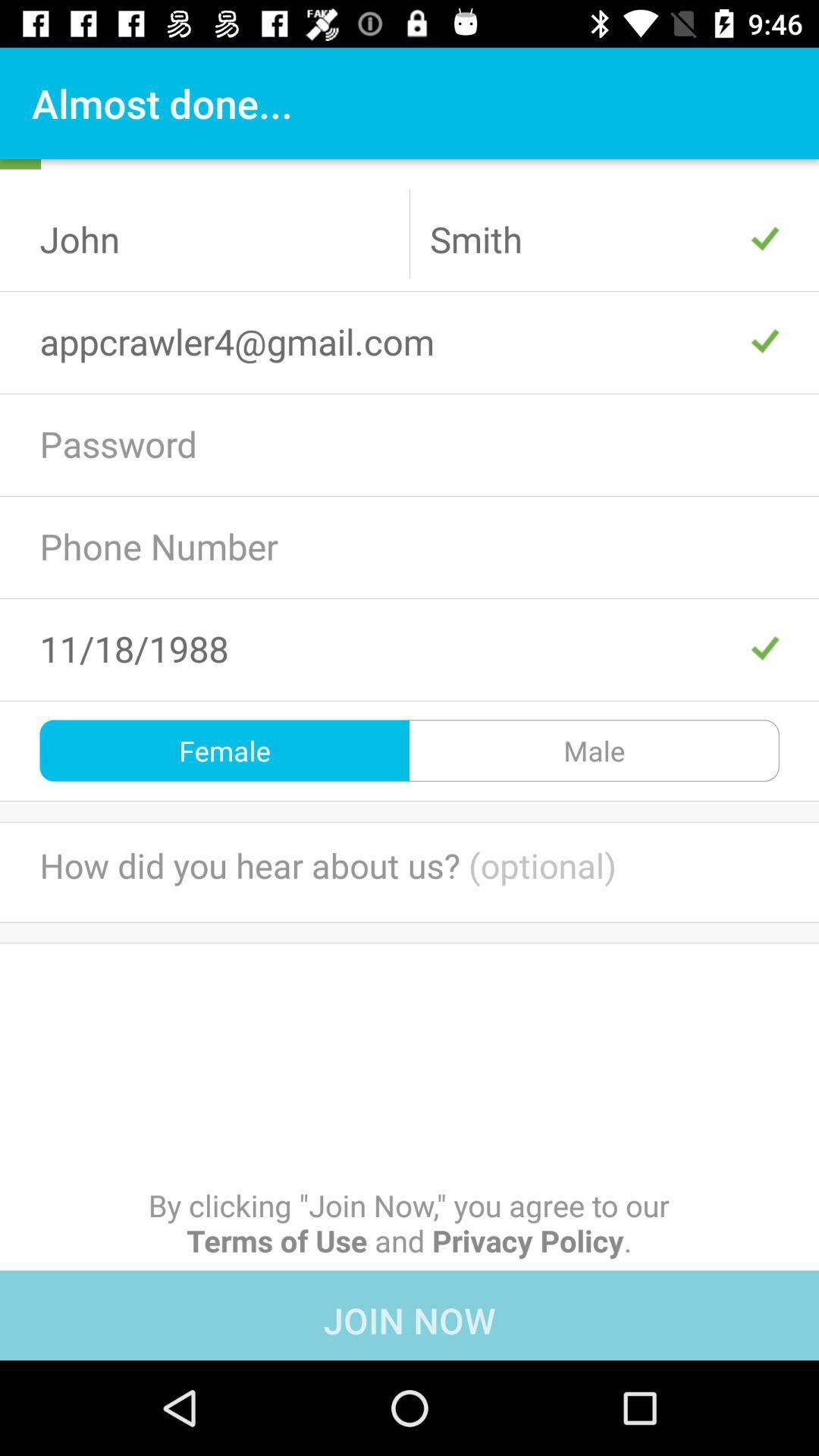  What do you see at coordinates (604, 238) in the screenshot?
I see `the text smith` at bounding box center [604, 238].